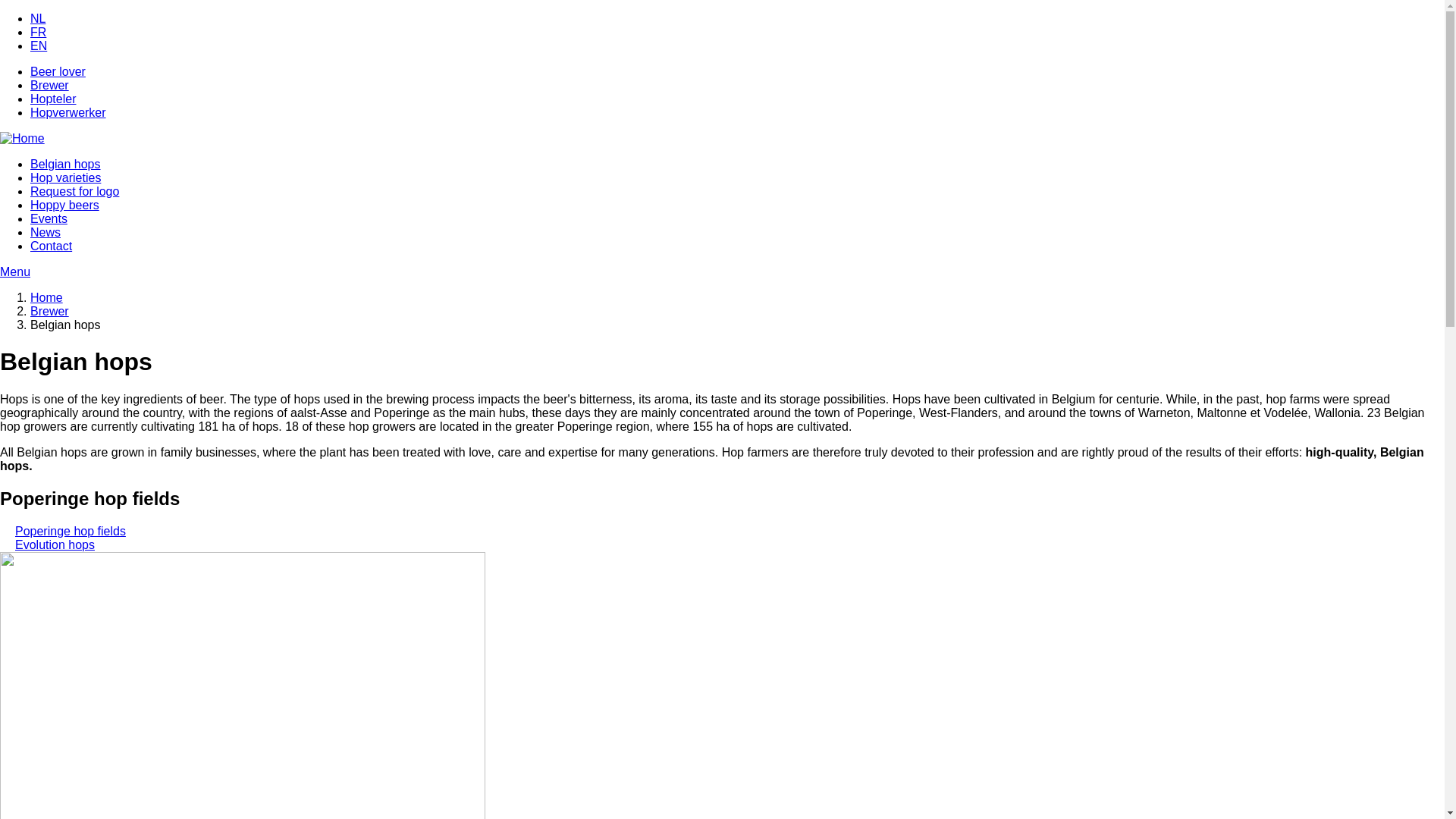 The width and height of the screenshot is (1456, 819). What do you see at coordinates (58, 71) in the screenshot?
I see `'Beer lover'` at bounding box center [58, 71].